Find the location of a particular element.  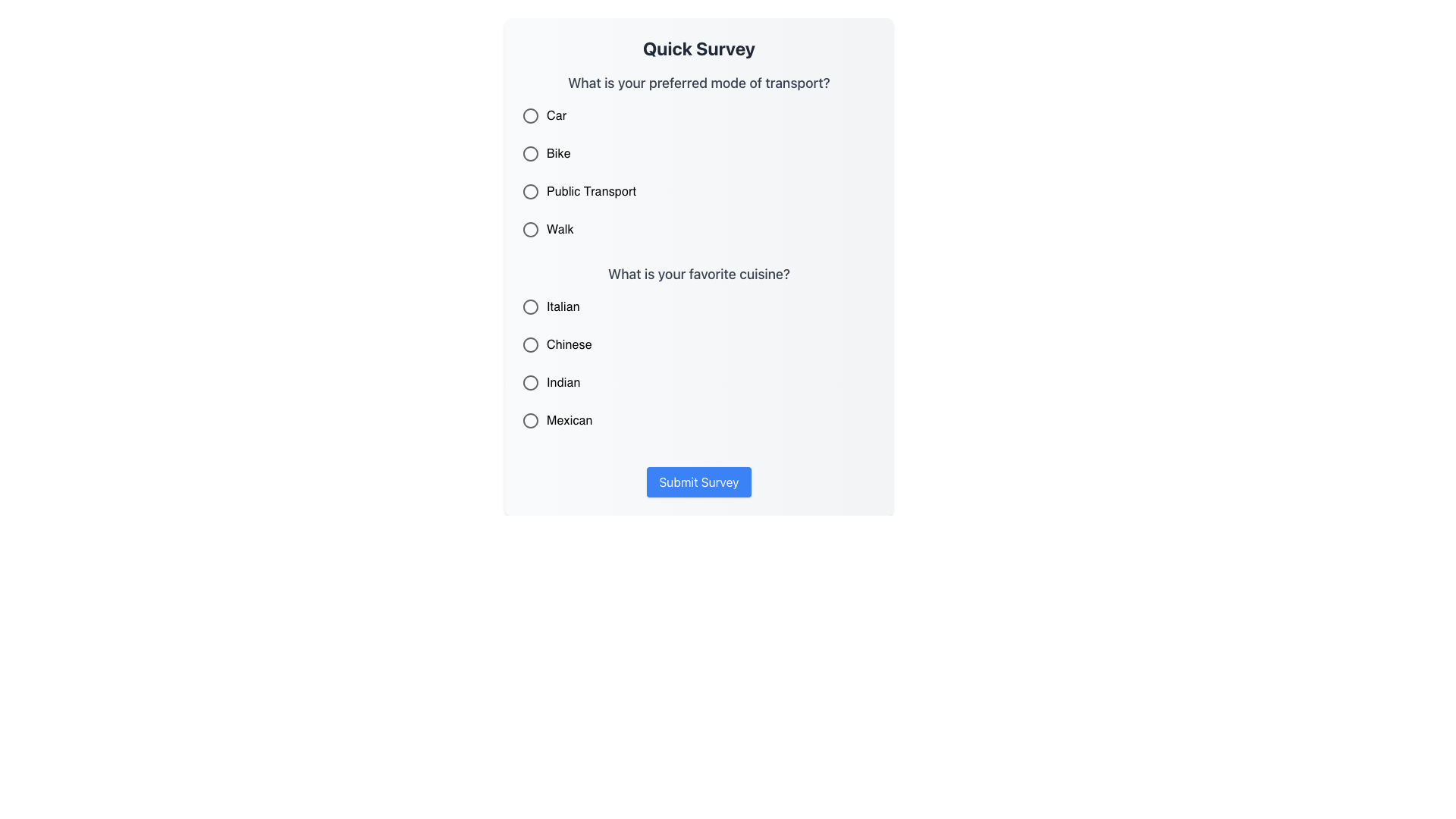

the third radio button option labeled 'What is your favorite cuisine?' is located at coordinates (531, 382).